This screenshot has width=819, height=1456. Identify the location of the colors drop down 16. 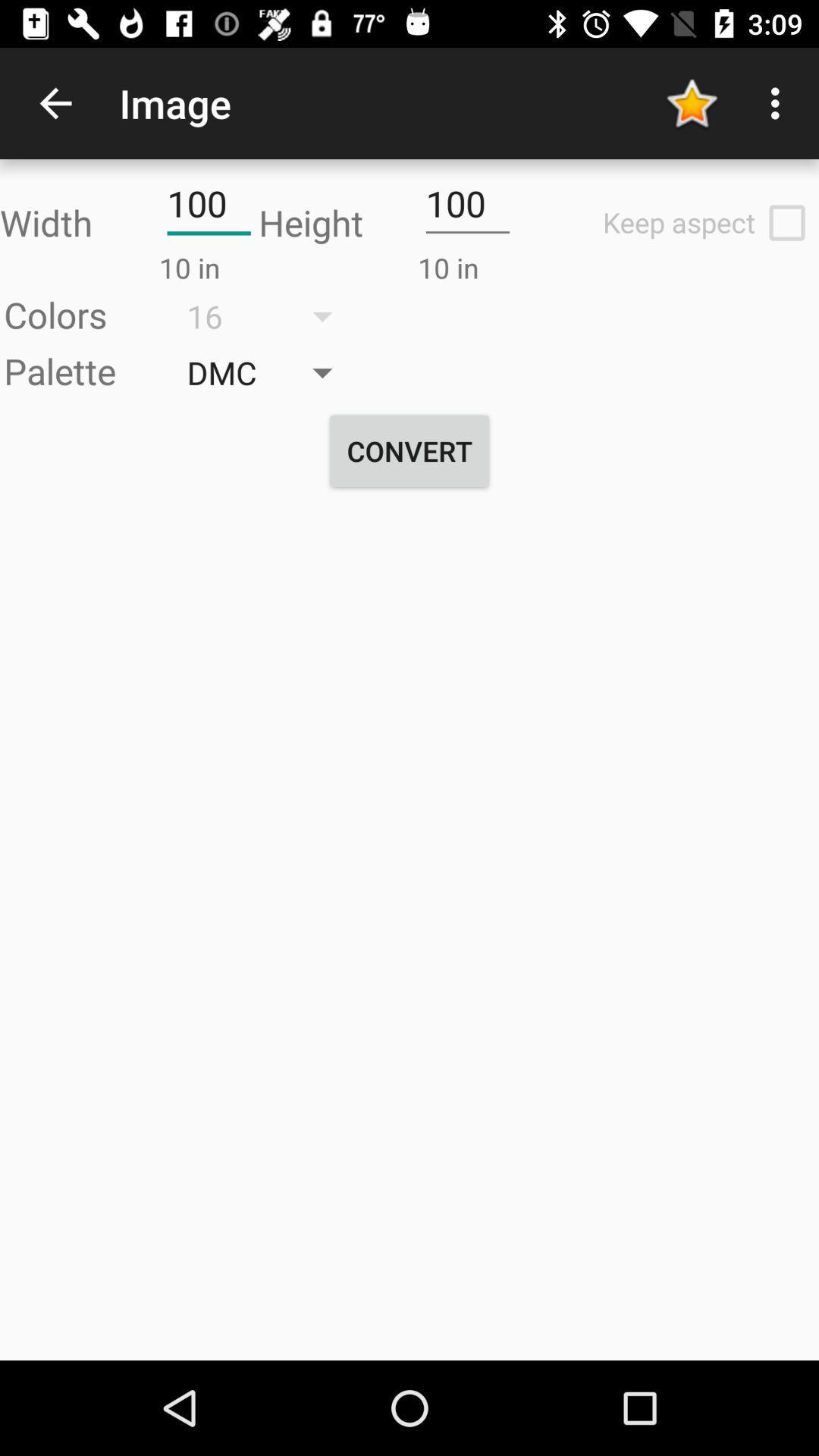
(270, 315).